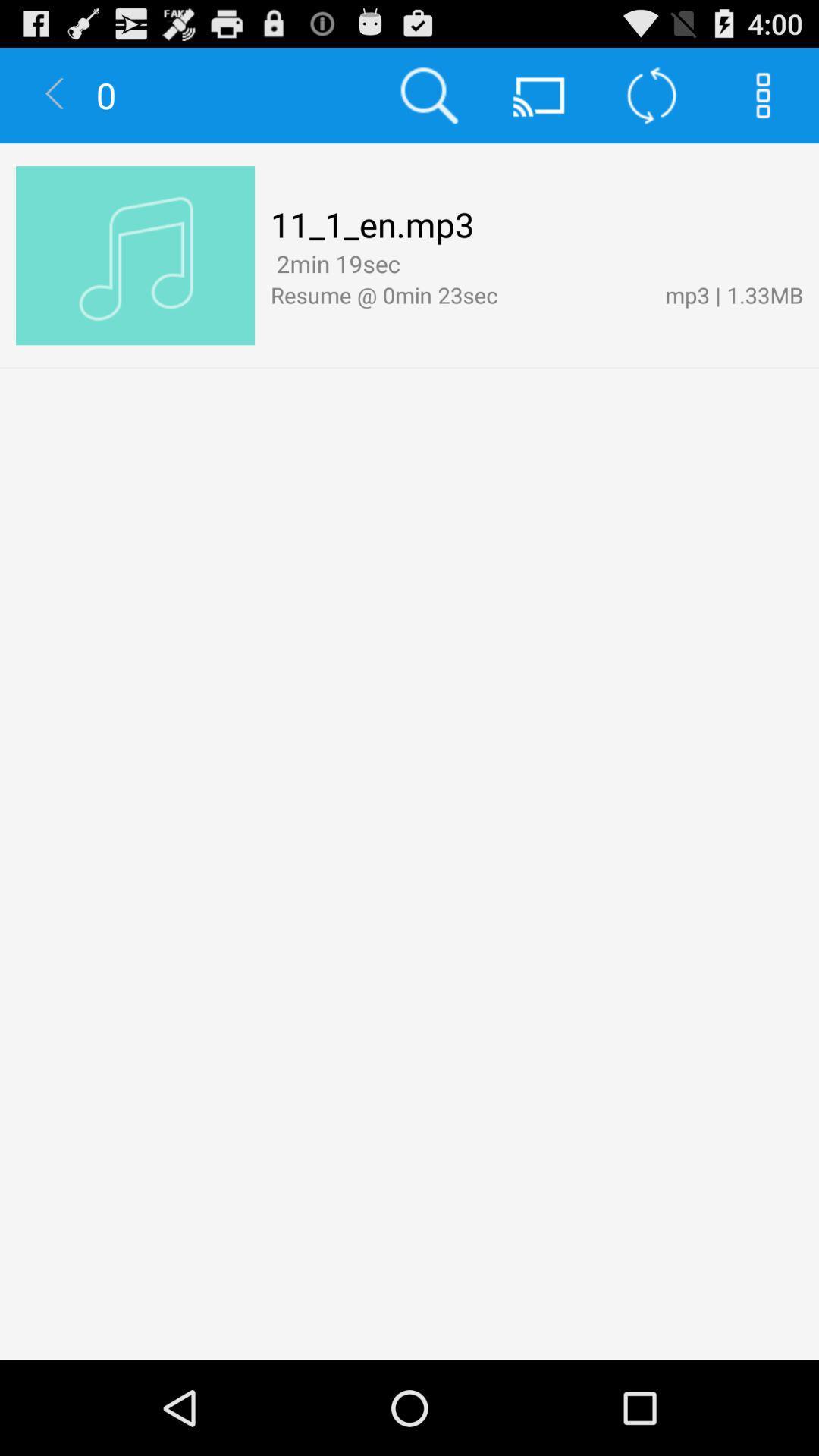 This screenshot has width=819, height=1456. I want to click on the app to the left of the mp3 | 1.33mb, so click(412, 265).